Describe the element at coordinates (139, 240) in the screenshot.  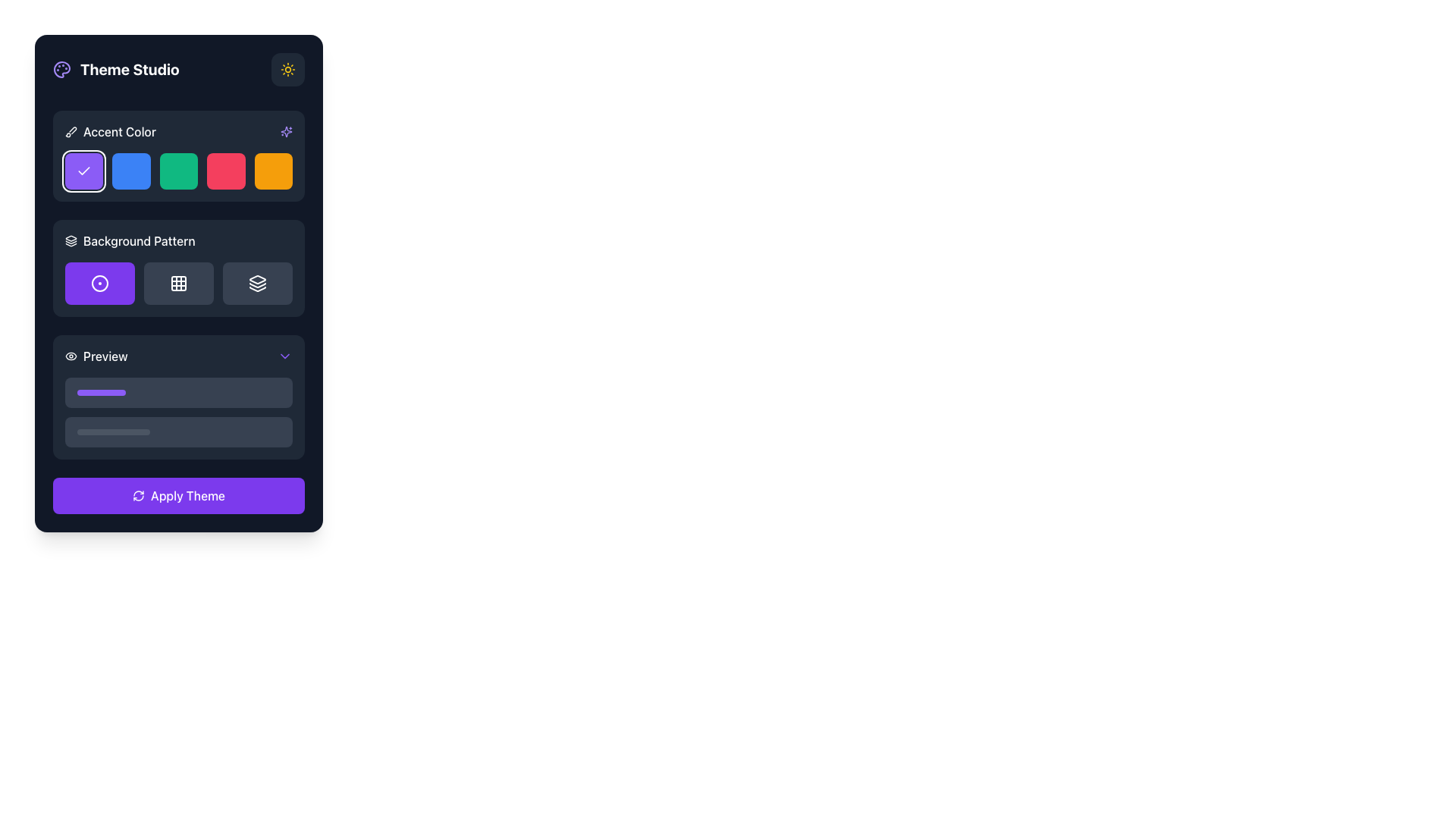
I see `the 'Background Pattern' text label in the 'Theme Studio' panel, which is positioned in the middle-left area of the interface, below the 'Accent Color' section` at that location.